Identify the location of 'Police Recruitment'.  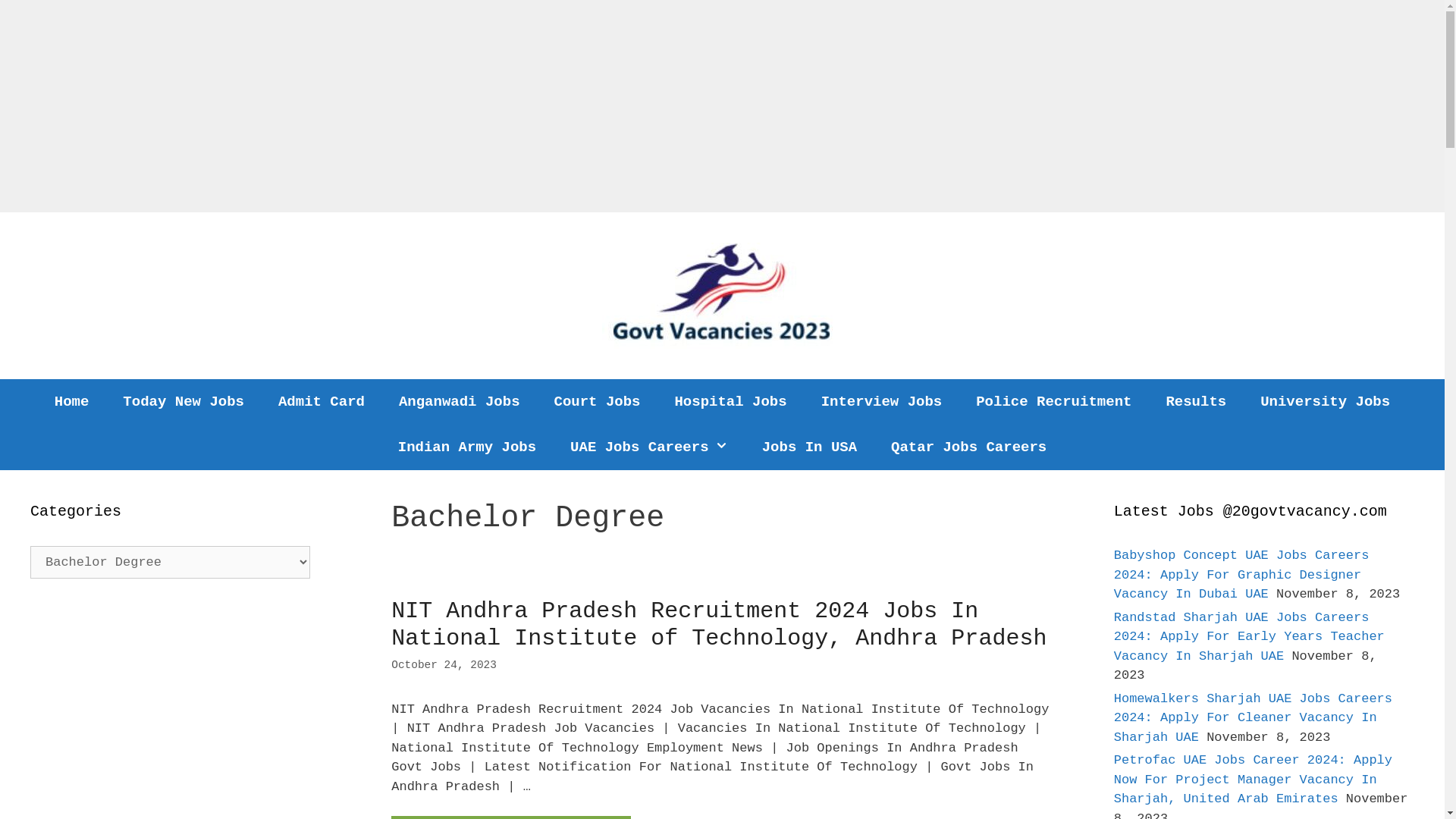
(1053, 400).